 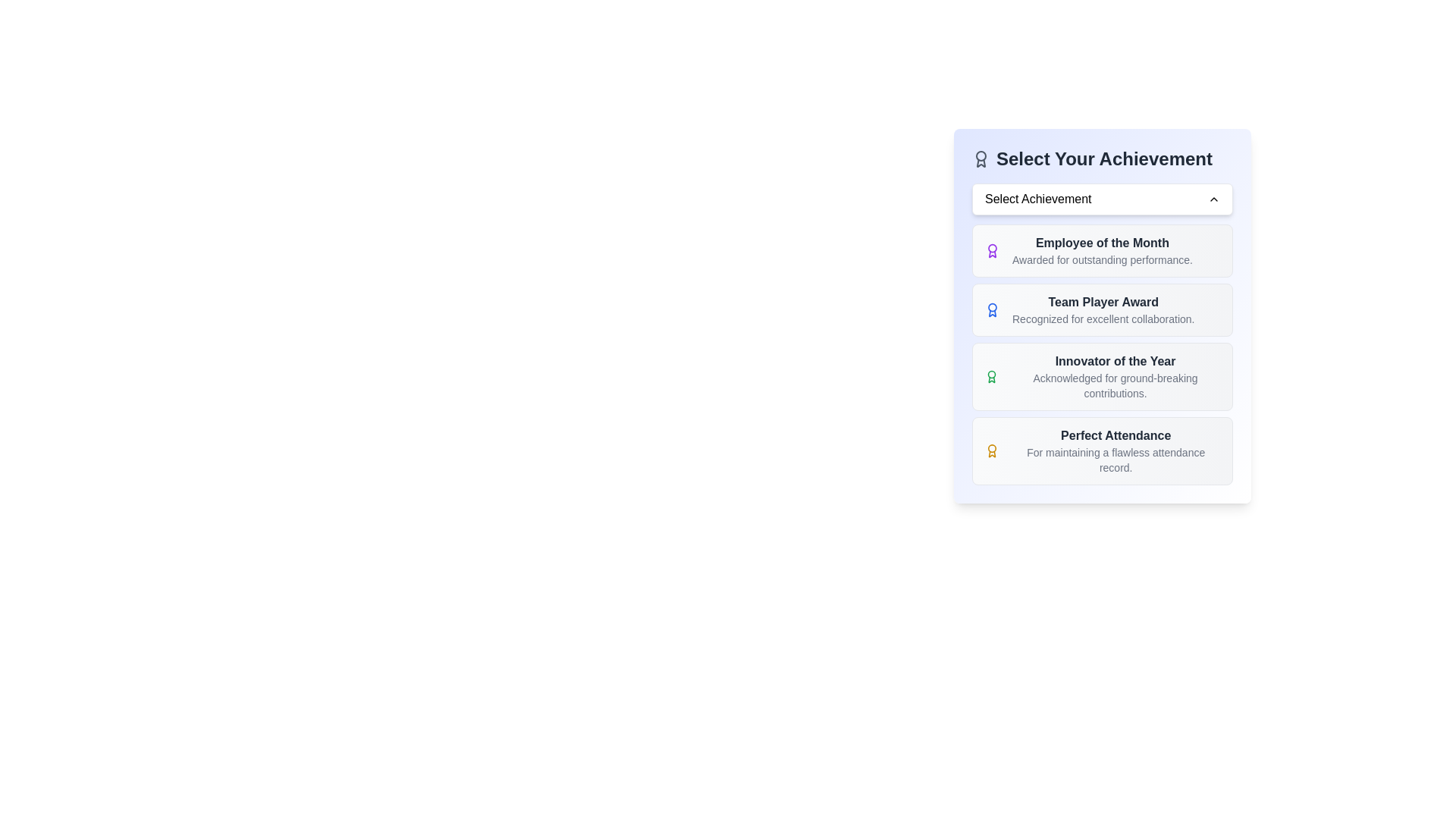 I want to click on the 'Perfect Attendance' text label, which is a bold, dark gray label located in the fourth row of the 'Select Your Achievement' panel, so click(x=1116, y=435).